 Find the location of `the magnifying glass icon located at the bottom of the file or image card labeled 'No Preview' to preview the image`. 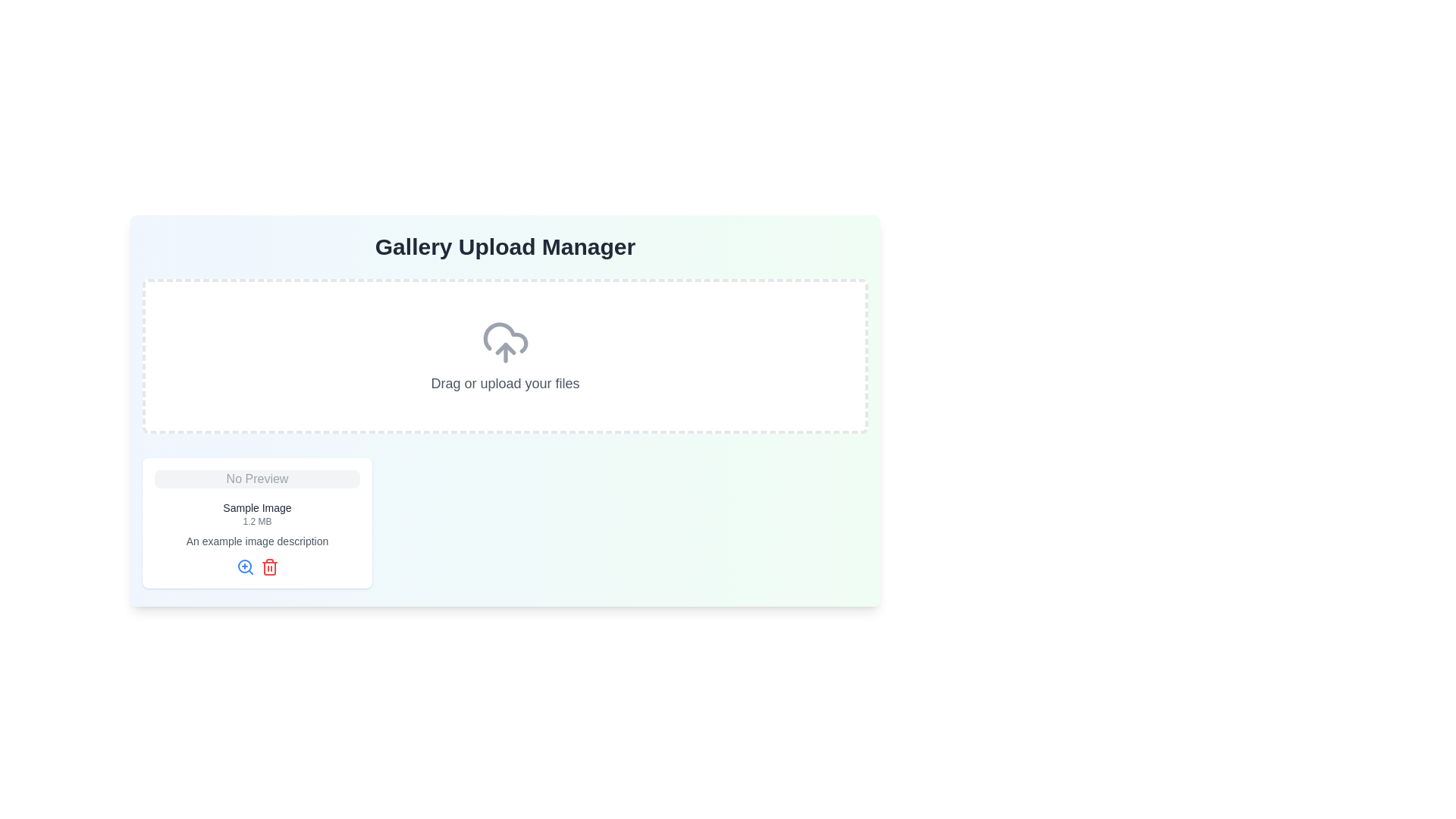

the magnifying glass icon located at the bottom of the file or image card labeled 'No Preview' to preview the image is located at coordinates (257, 522).